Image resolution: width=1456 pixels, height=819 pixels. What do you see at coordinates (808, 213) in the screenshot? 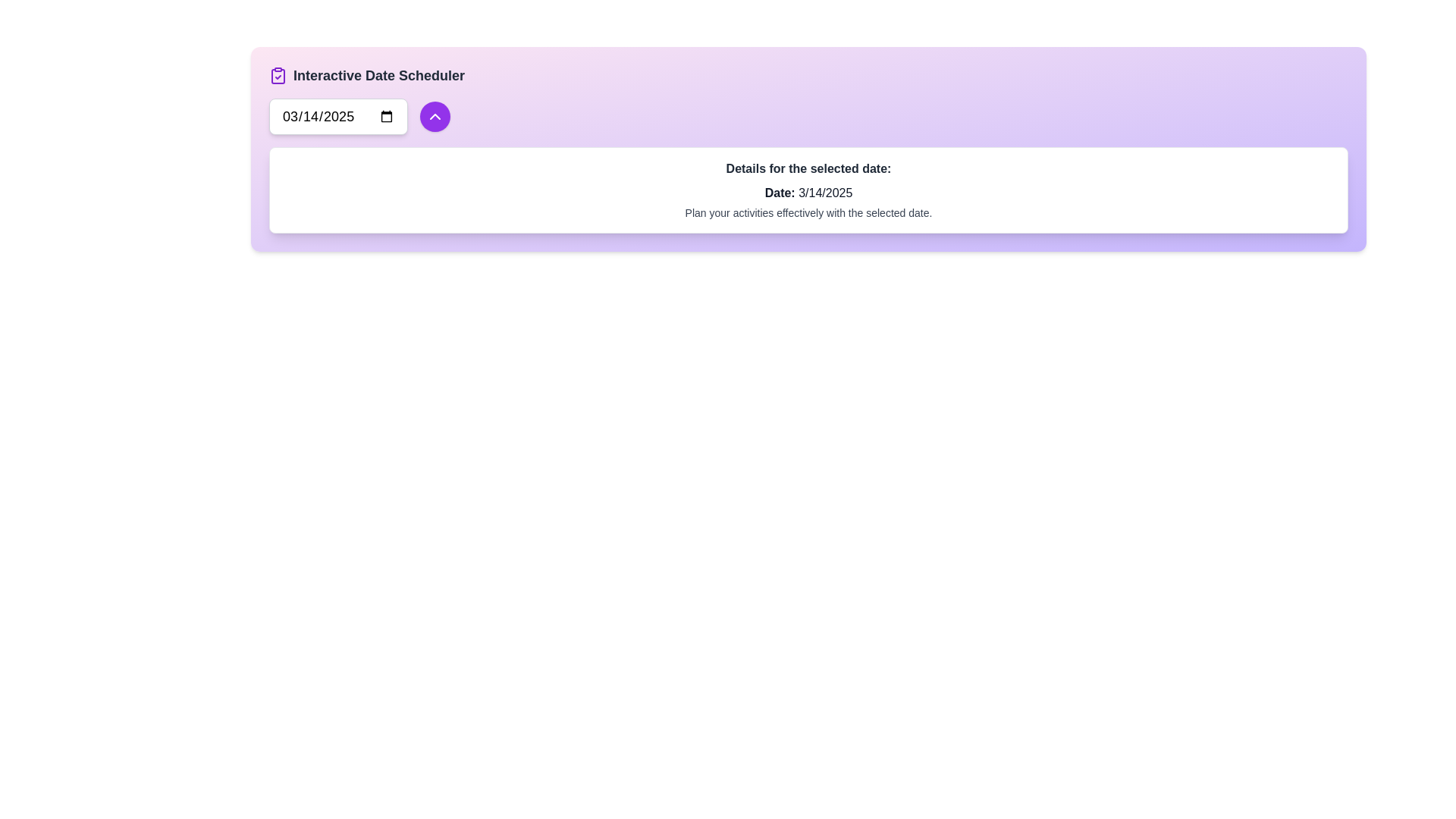
I see `the informational text that provides instructions related to the selected date, located underneath 'Date: 3/14/2025.'` at bounding box center [808, 213].